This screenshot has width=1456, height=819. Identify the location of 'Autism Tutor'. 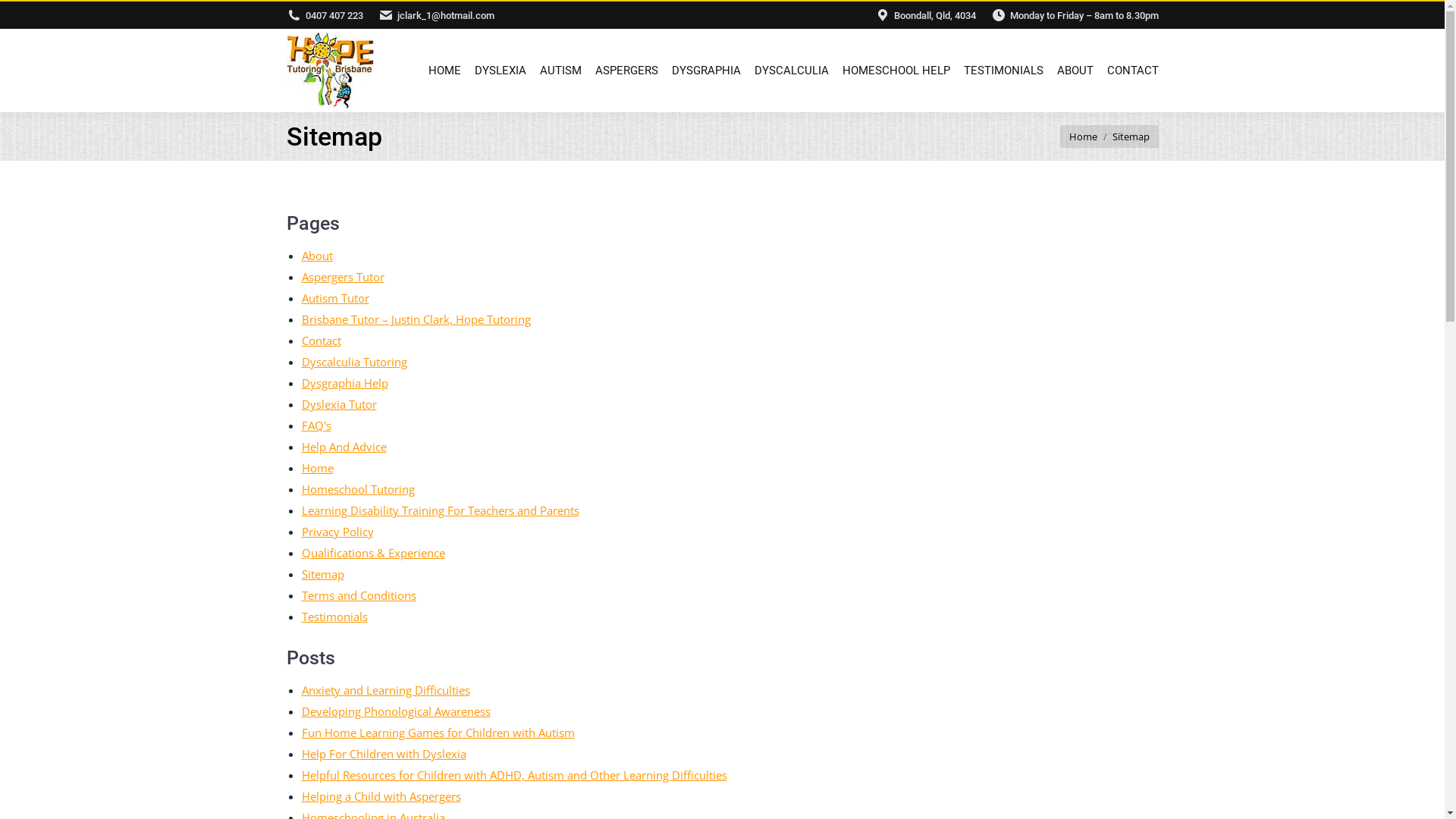
(334, 298).